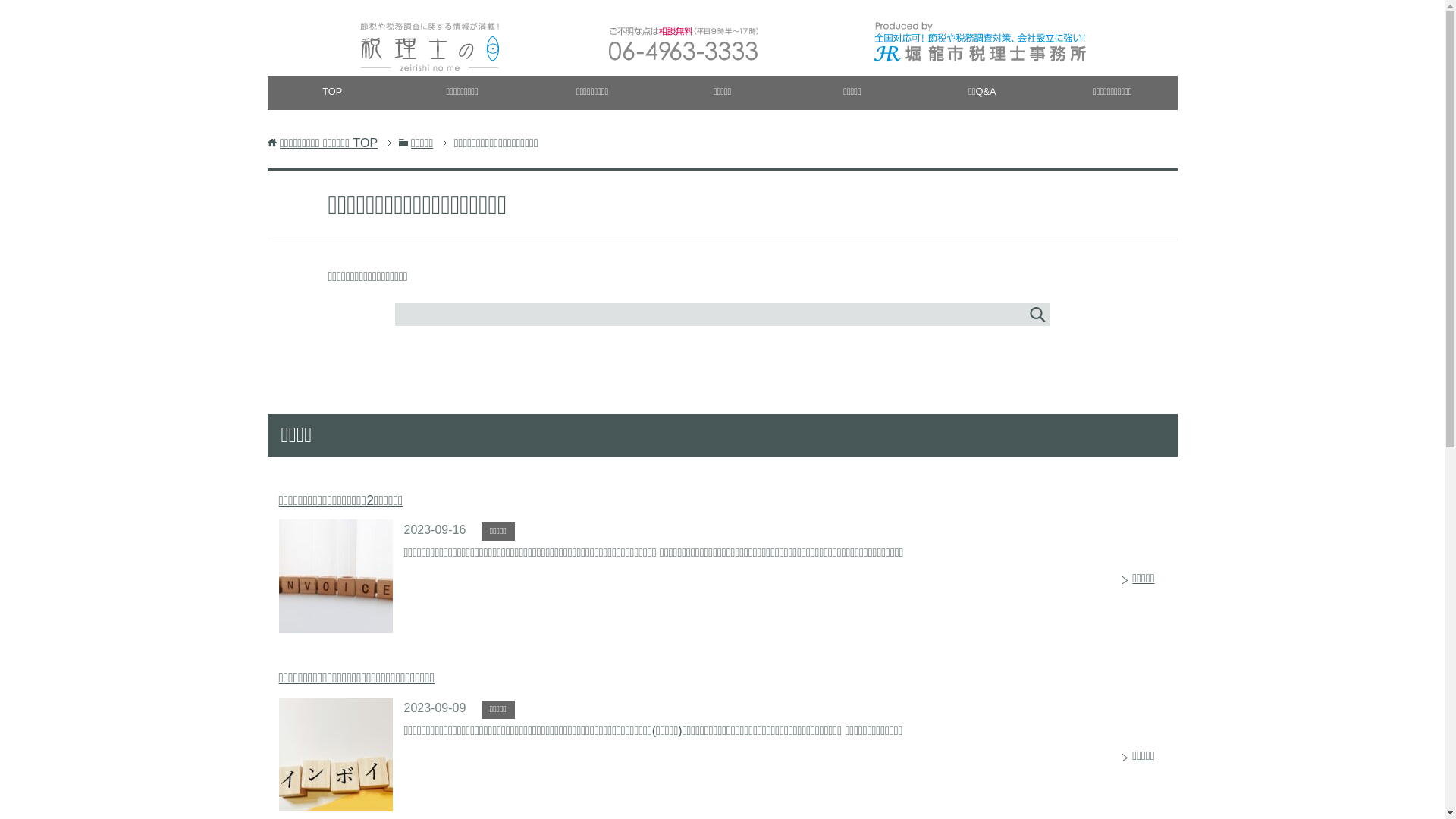 The image size is (1456, 819). What do you see at coordinates (331, 93) in the screenshot?
I see `'TOP'` at bounding box center [331, 93].